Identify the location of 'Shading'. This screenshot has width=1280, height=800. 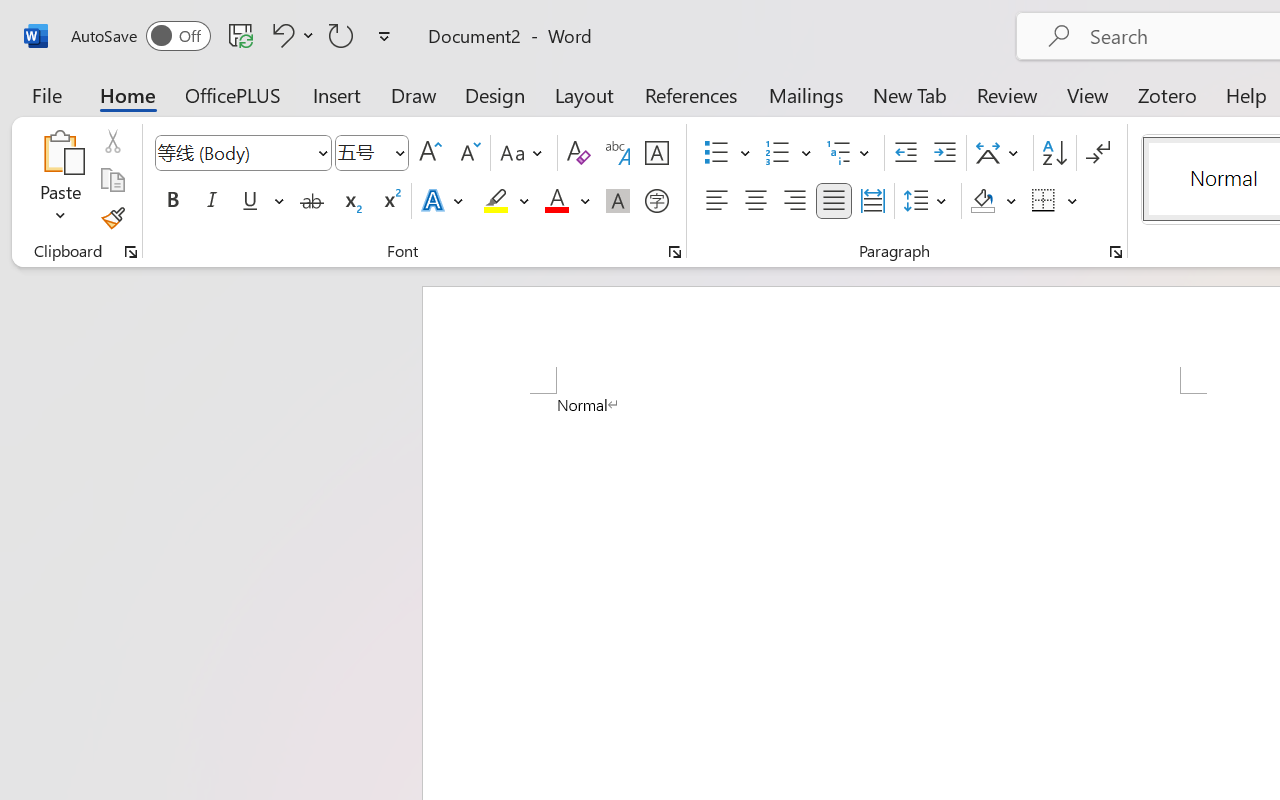
(993, 201).